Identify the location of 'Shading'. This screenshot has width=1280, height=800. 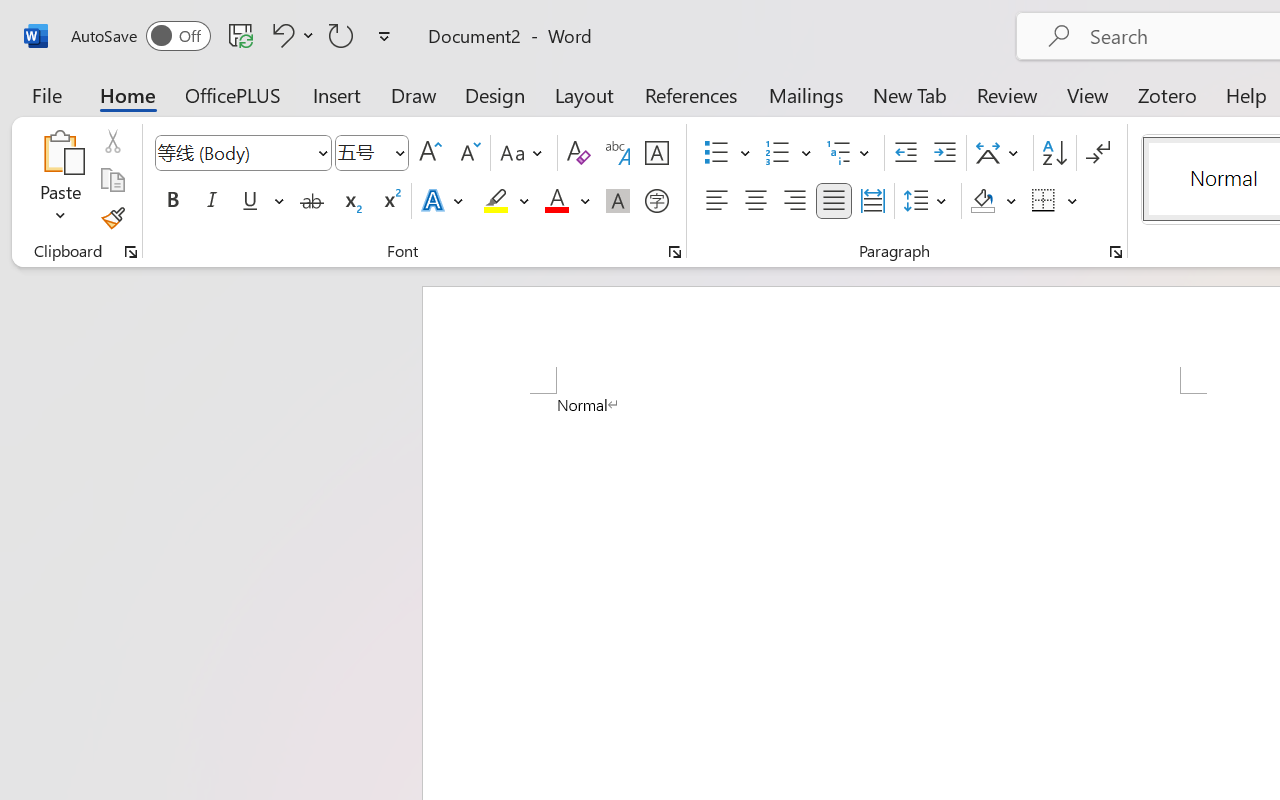
(993, 201).